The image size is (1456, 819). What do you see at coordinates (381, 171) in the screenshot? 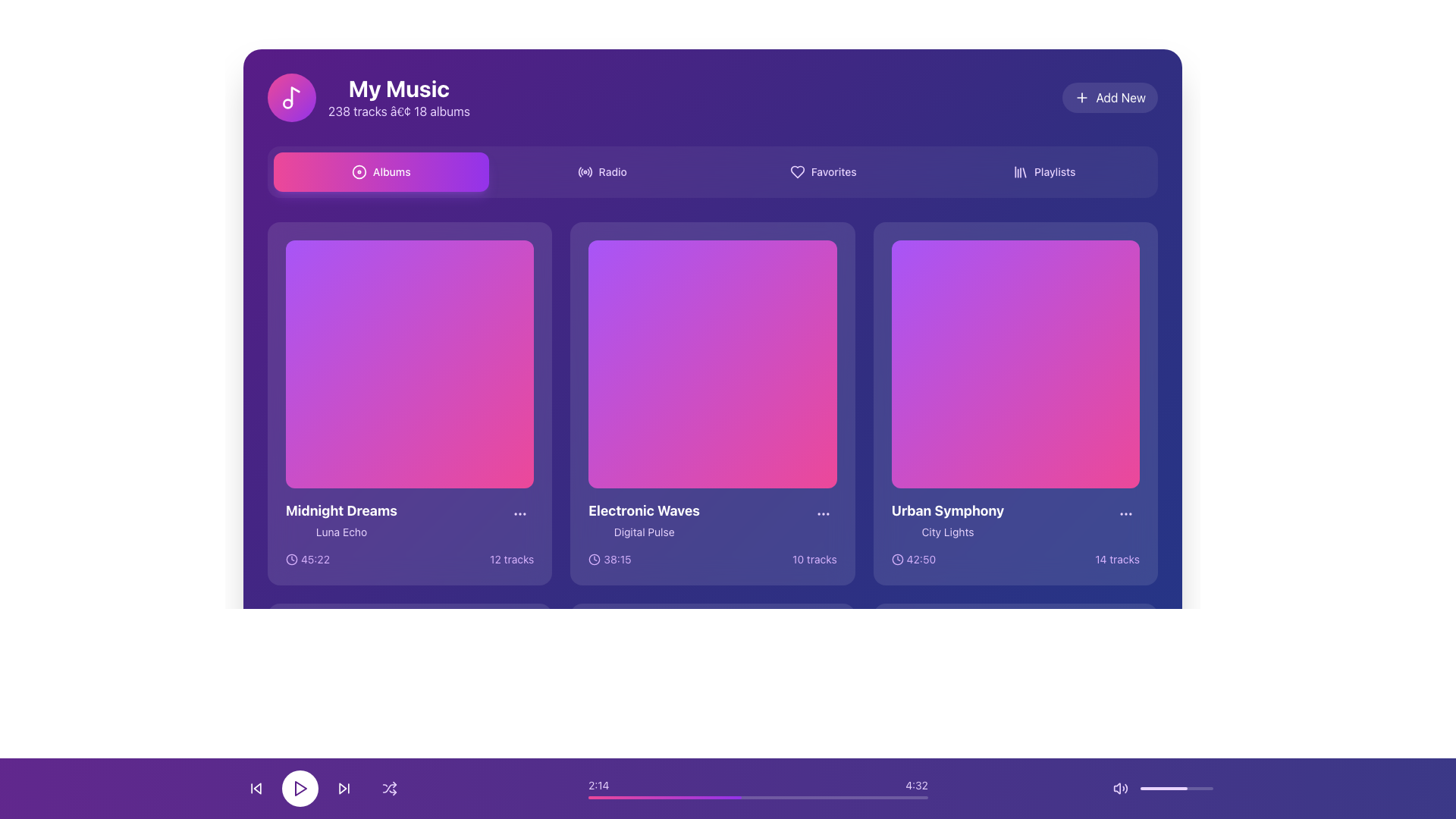
I see `the 'Albums' button, which is styled with a gradient background from pink to purple and features a circular disc icon followed by the text 'Albums' in white, to observe any visual feedback` at bounding box center [381, 171].